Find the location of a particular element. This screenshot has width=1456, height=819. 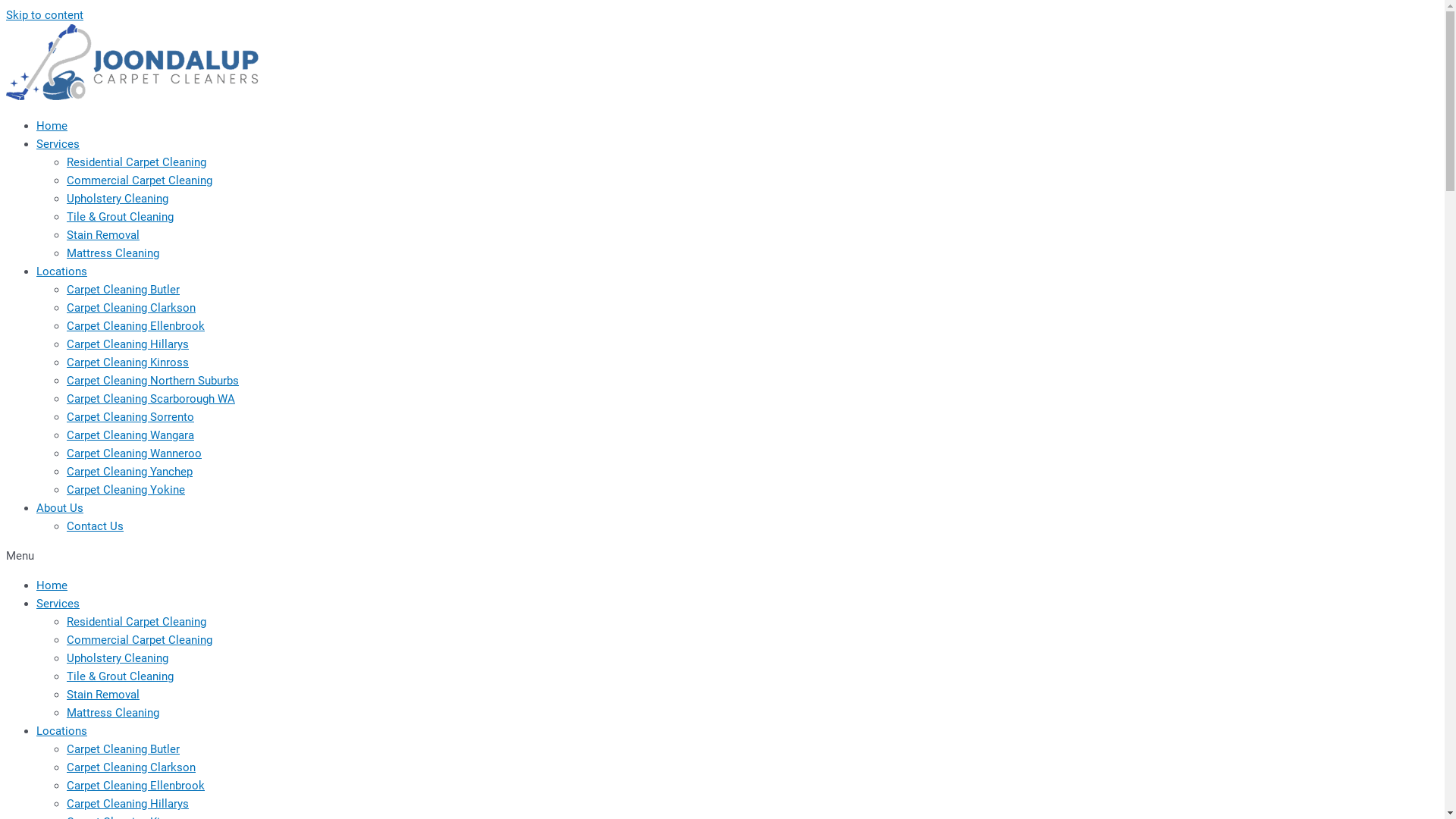

'Carpet Cleaning Scarborough WA' is located at coordinates (65, 397).